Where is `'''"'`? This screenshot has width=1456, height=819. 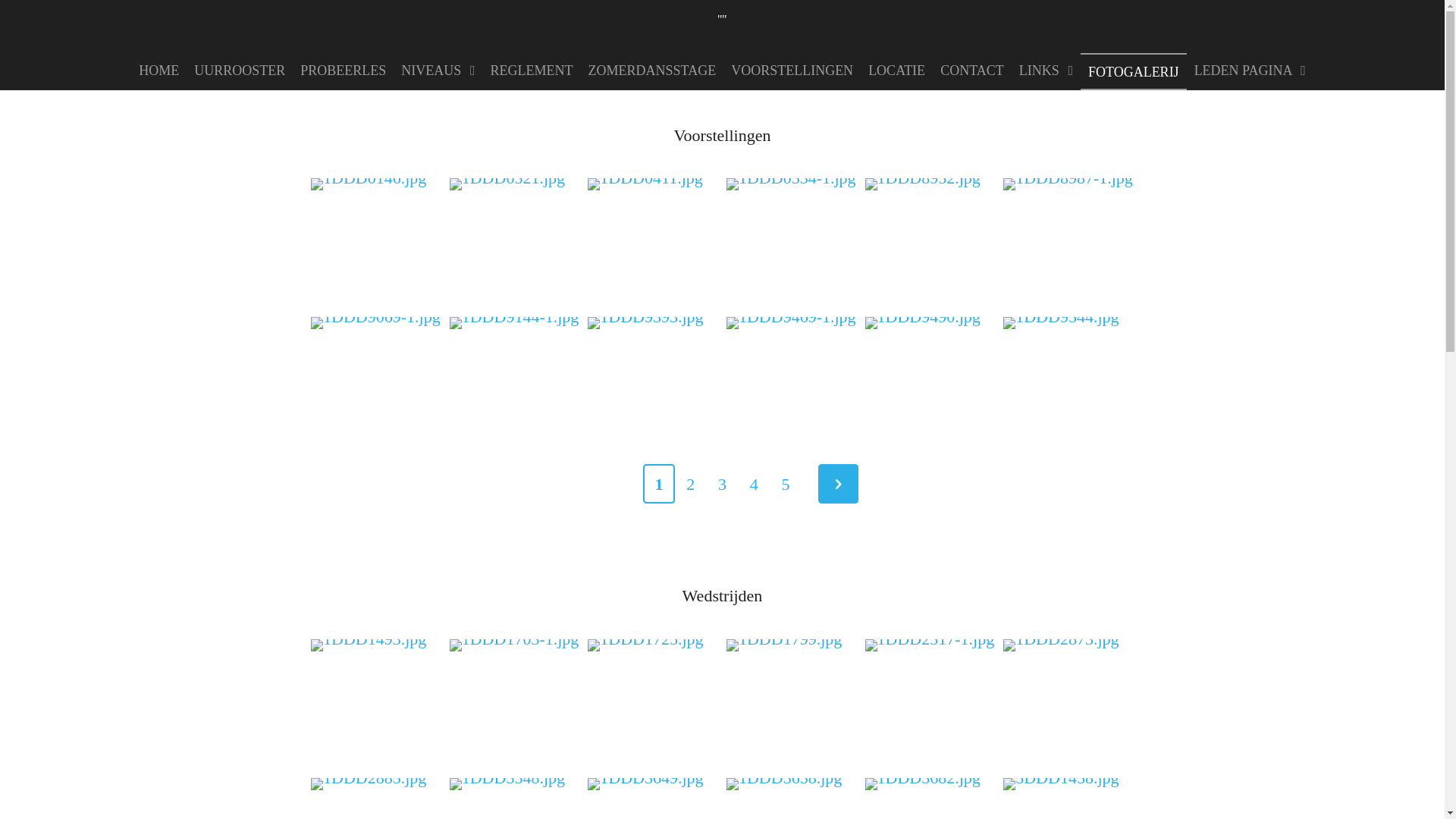
'''"' is located at coordinates (720, 14).